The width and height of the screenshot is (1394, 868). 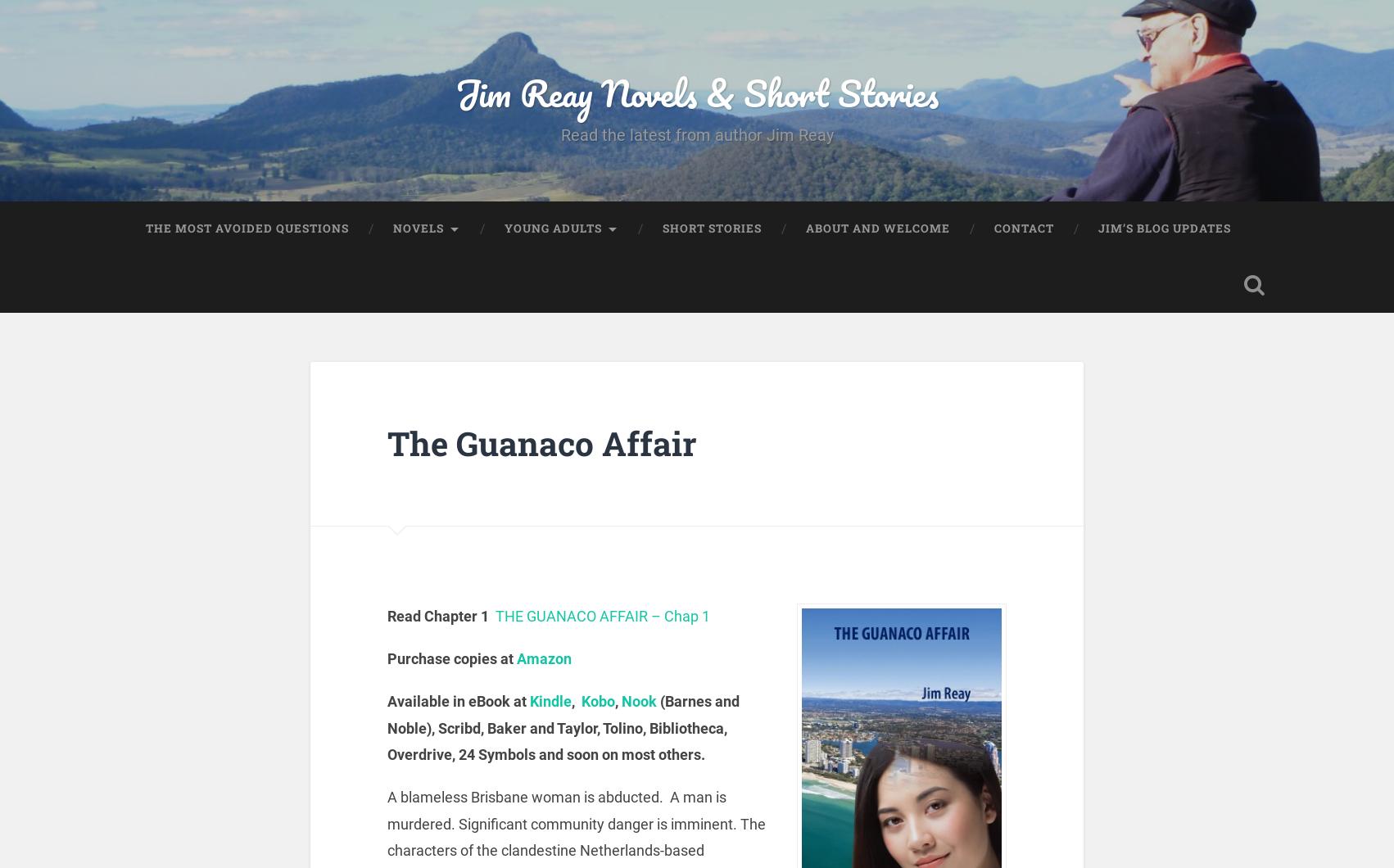 What do you see at coordinates (529, 701) in the screenshot?
I see `'Kindle'` at bounding box center [529, 701].